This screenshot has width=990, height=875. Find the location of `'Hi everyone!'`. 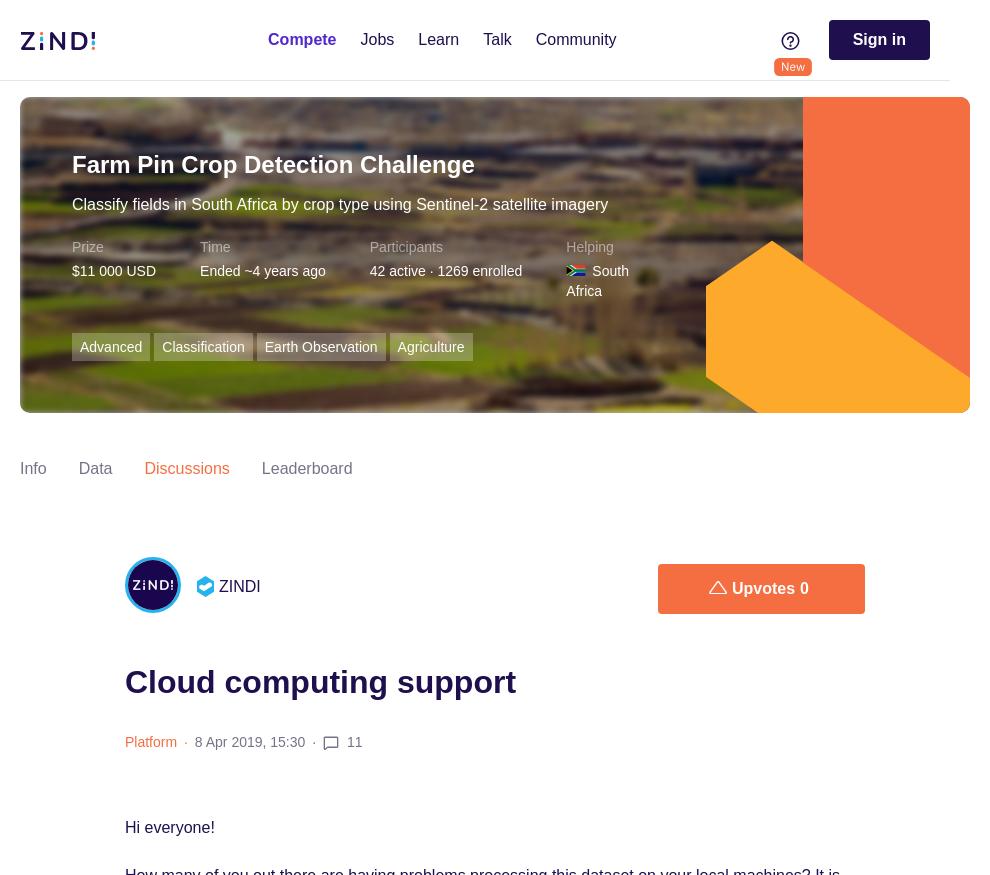

'Hi everyone!' is located at coordinates (169, 827).